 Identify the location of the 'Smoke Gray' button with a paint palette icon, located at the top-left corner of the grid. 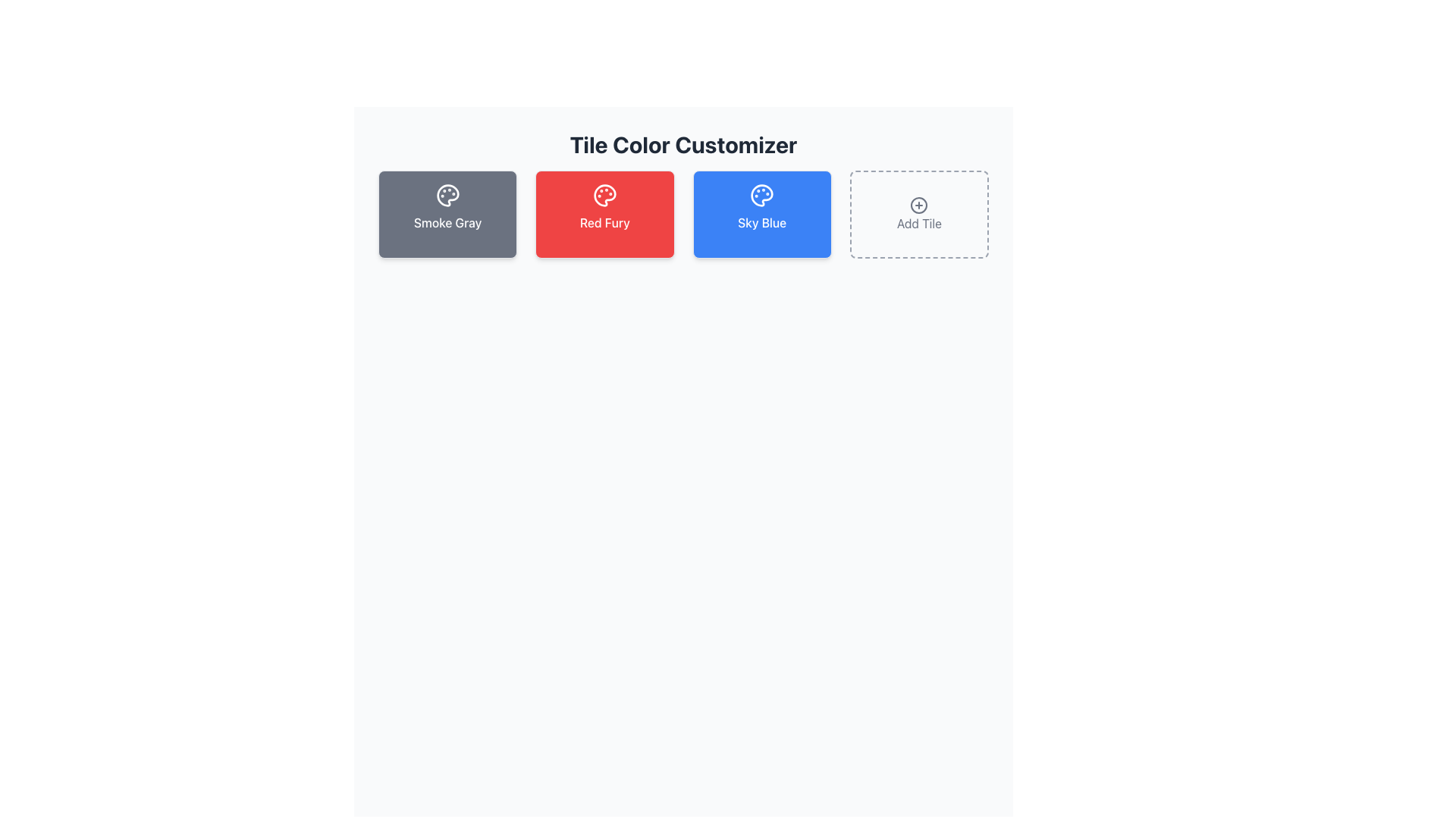
(447, 214).